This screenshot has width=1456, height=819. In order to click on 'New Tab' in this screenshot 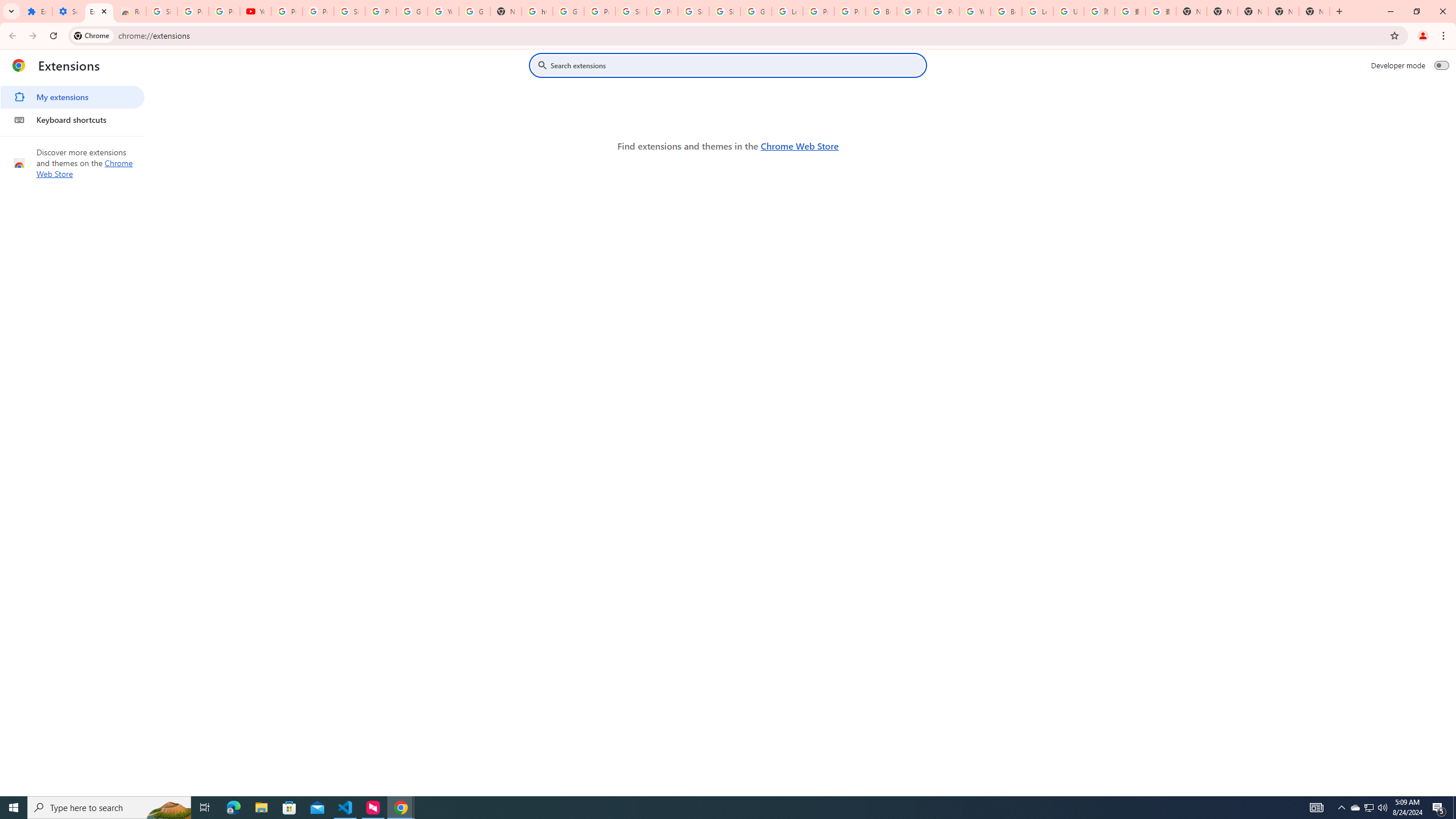, I will do `click(1314, 11)`.